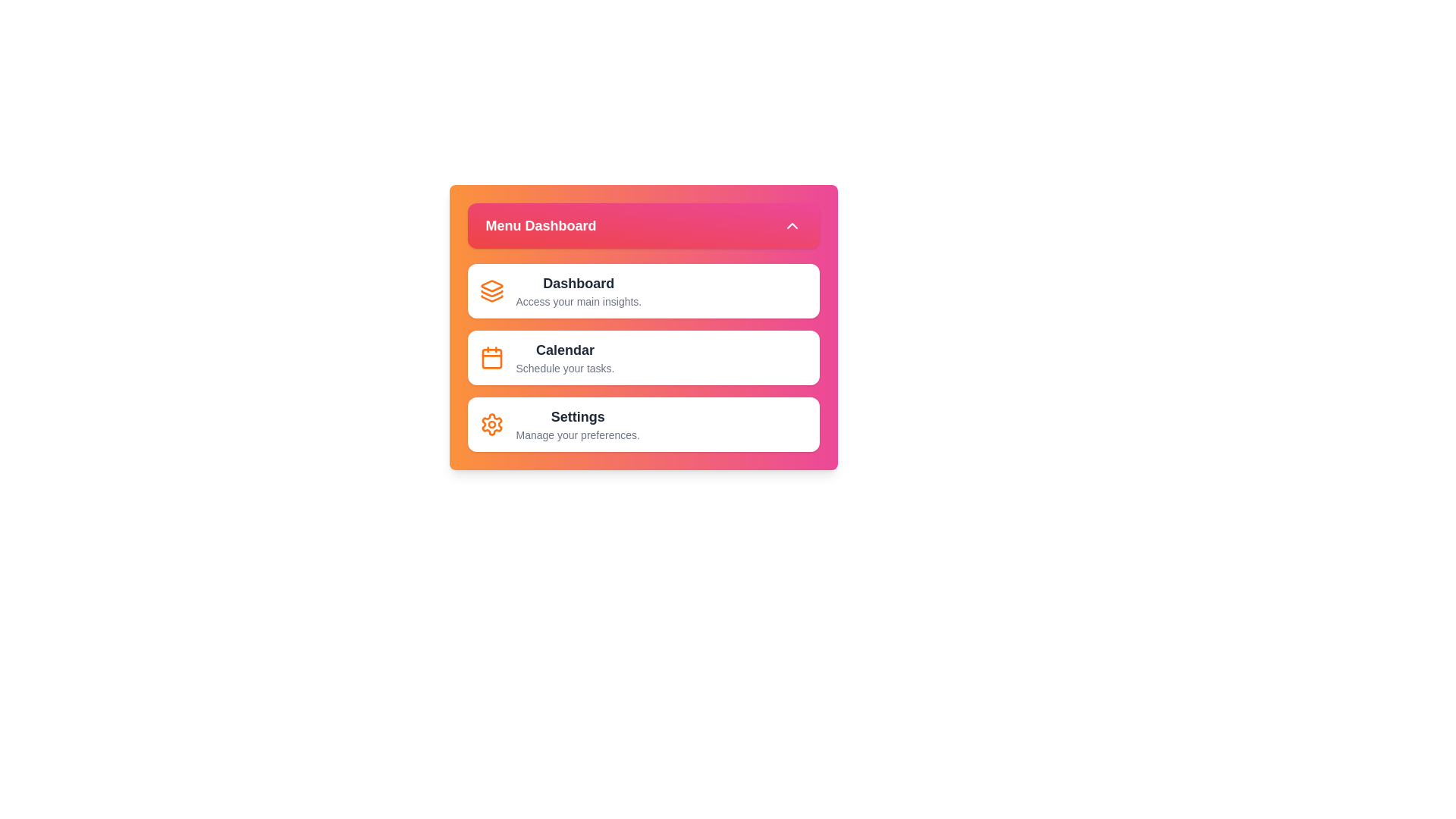 Image resolution: width=1456 pixels, height=819 pixels. What do you see at coordinates (643, 424) in the screenshot?
I see `the menu item Settings to view its hover effect` at bounding box center [643, 424].